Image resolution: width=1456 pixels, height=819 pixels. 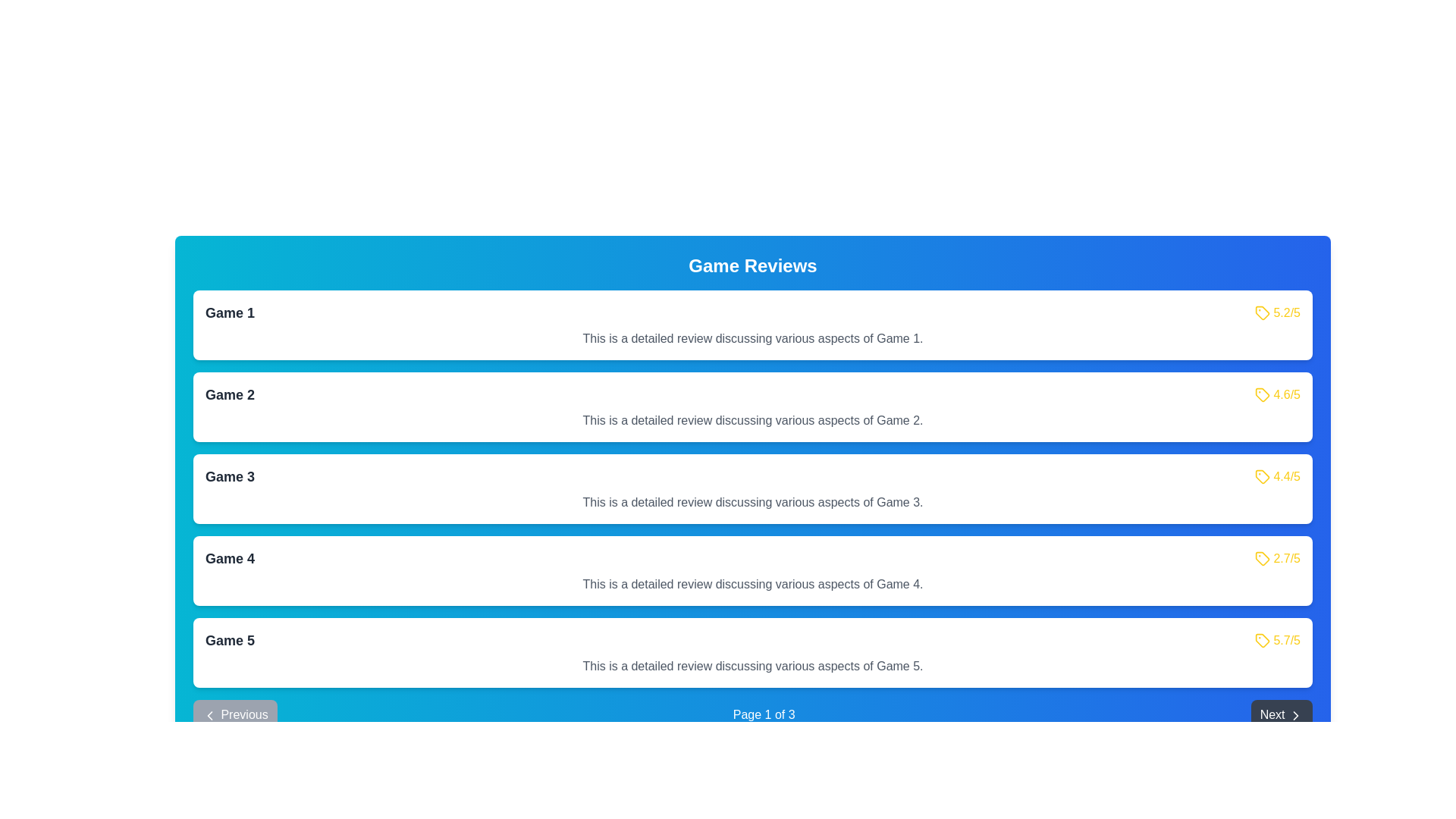 What do you see at coordinates (1263, 640) in the screenshot?
I see `the tag icon in the rating section of the fifth game review row, located in the bottom-right corner of the interface` at bounding box center [1263, 640].